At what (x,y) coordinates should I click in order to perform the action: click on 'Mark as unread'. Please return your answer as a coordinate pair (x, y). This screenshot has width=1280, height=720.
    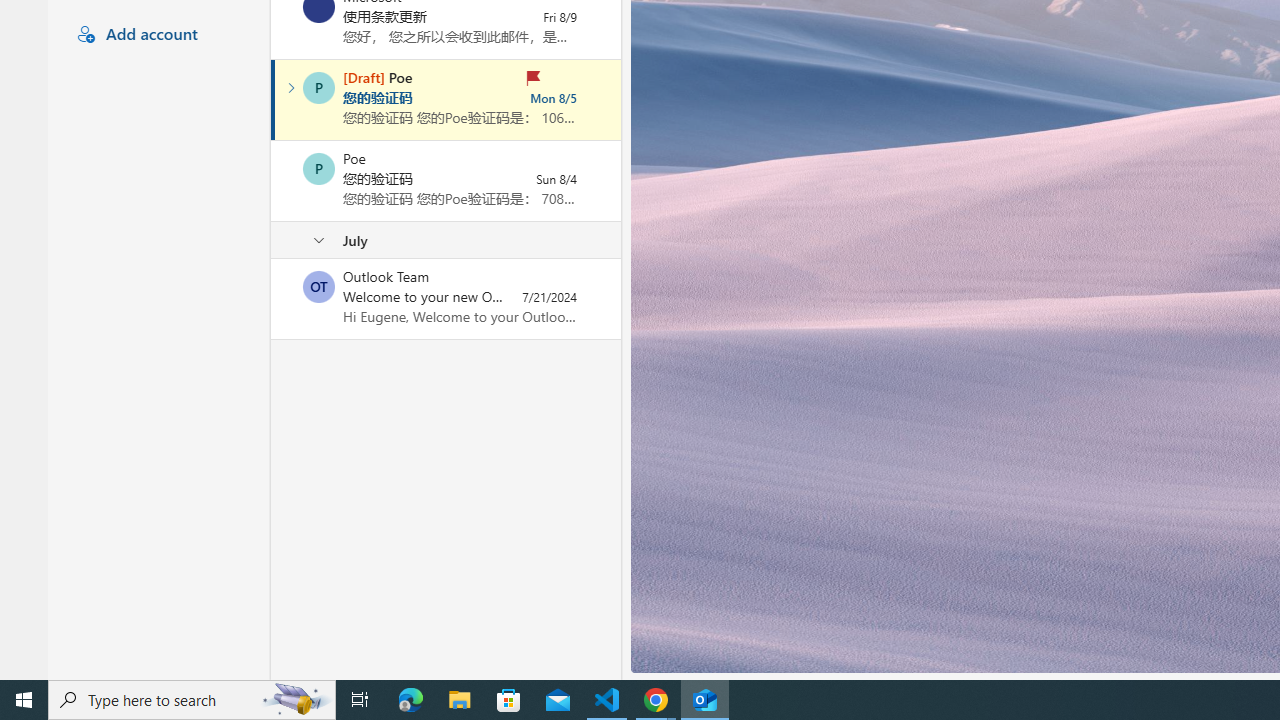
    Looking at the image, I should click on (272, 299).